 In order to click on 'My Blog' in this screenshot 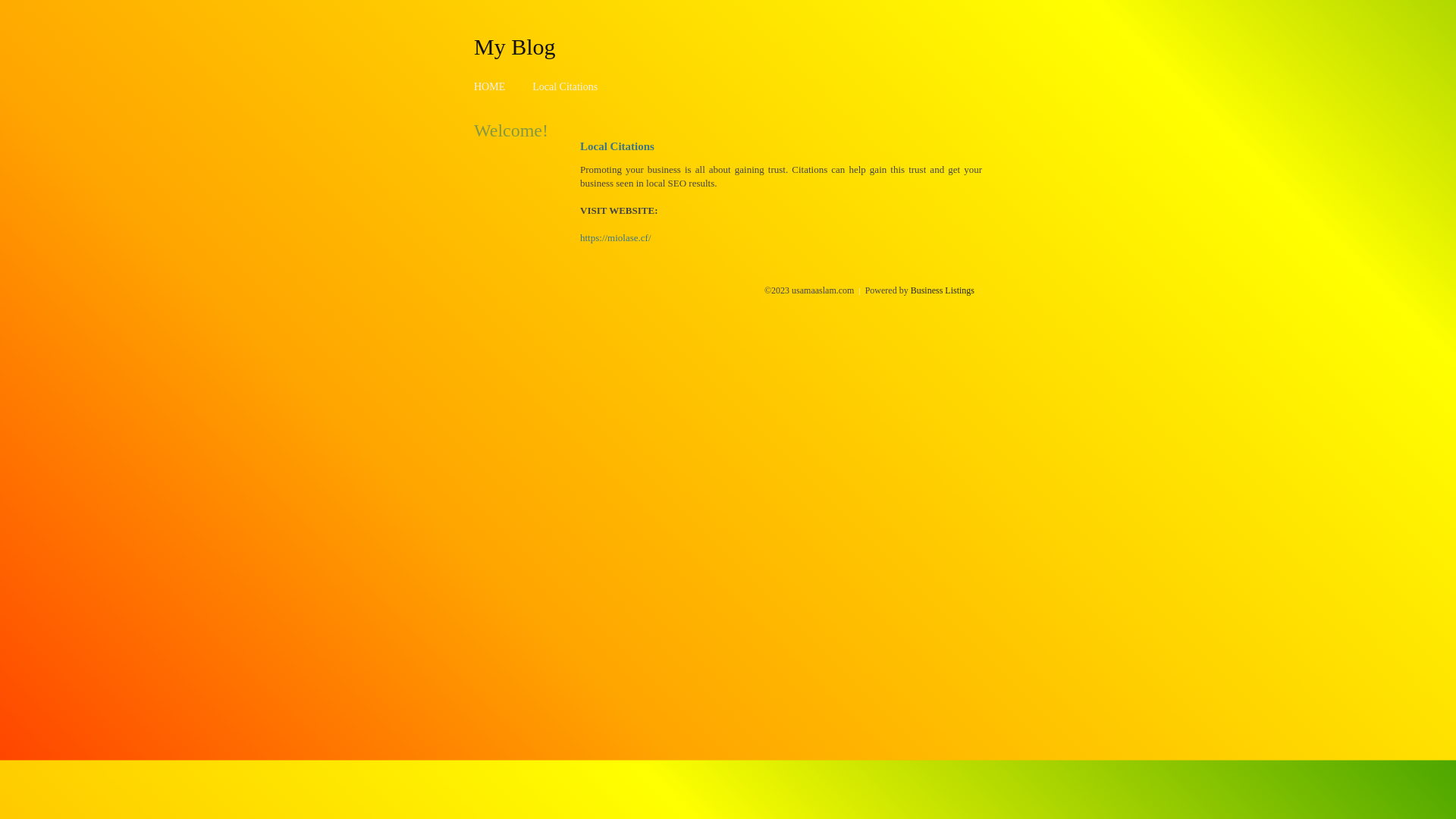, I will do `click(514, 45)`.